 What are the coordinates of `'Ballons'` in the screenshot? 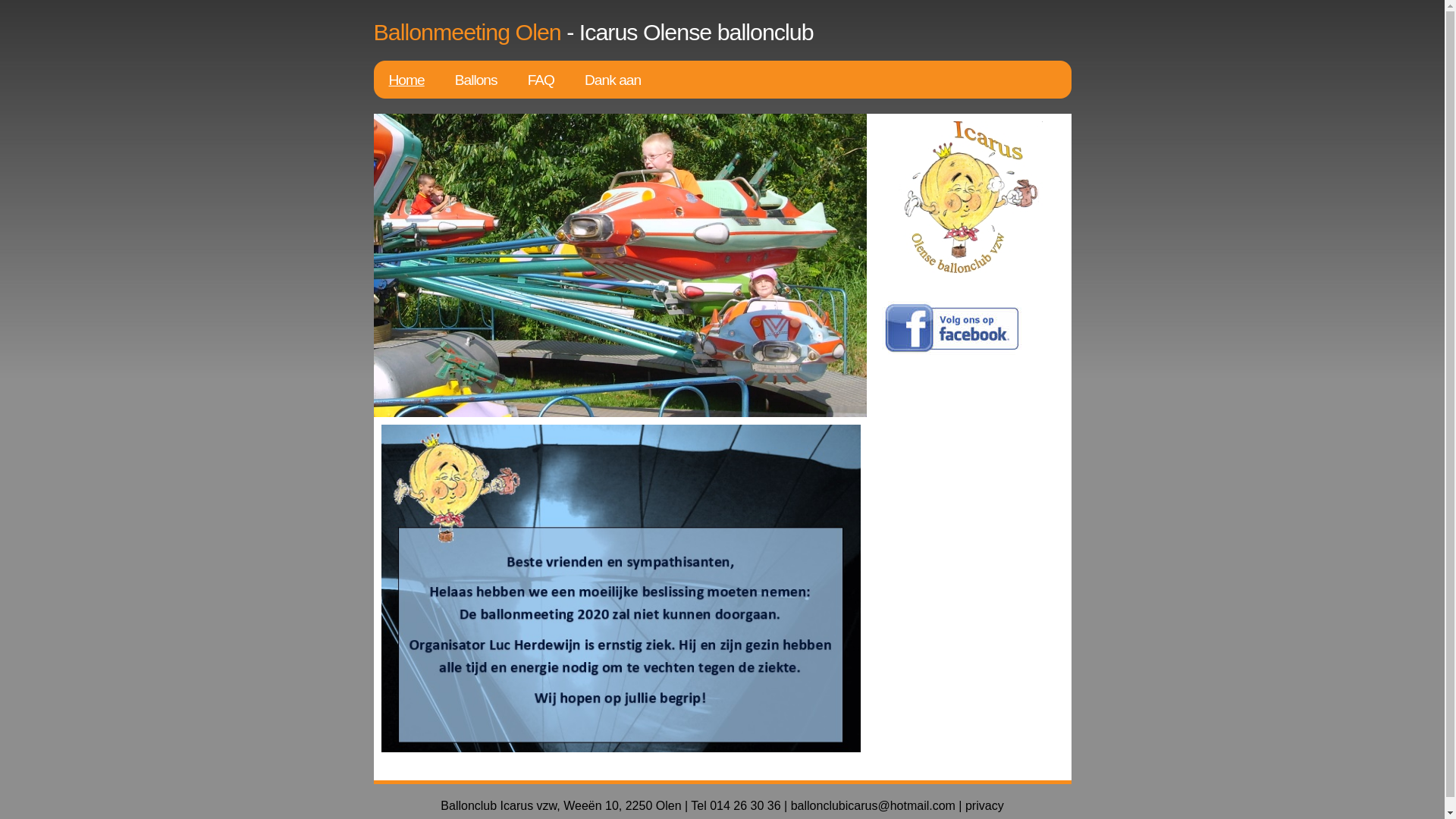 It's located at (475, 79).